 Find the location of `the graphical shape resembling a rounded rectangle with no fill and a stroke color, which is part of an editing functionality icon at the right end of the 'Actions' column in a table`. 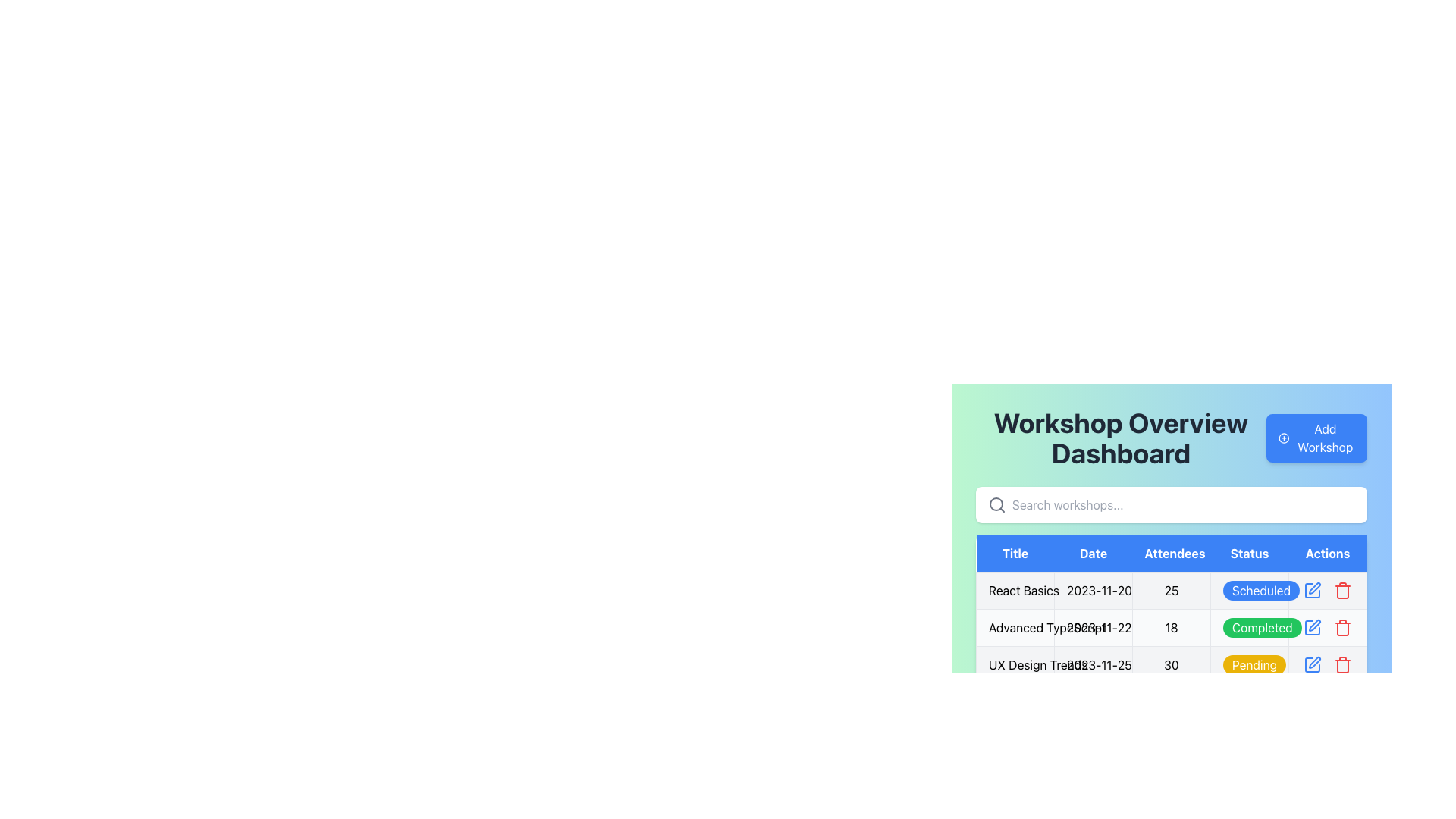

the graphical shape resembling a rounded rectangle with no fill and a stroke color, which is part of an editing functionality icon at the right end of the 'Actions' column in a table is located at coordinates (1312, 590).